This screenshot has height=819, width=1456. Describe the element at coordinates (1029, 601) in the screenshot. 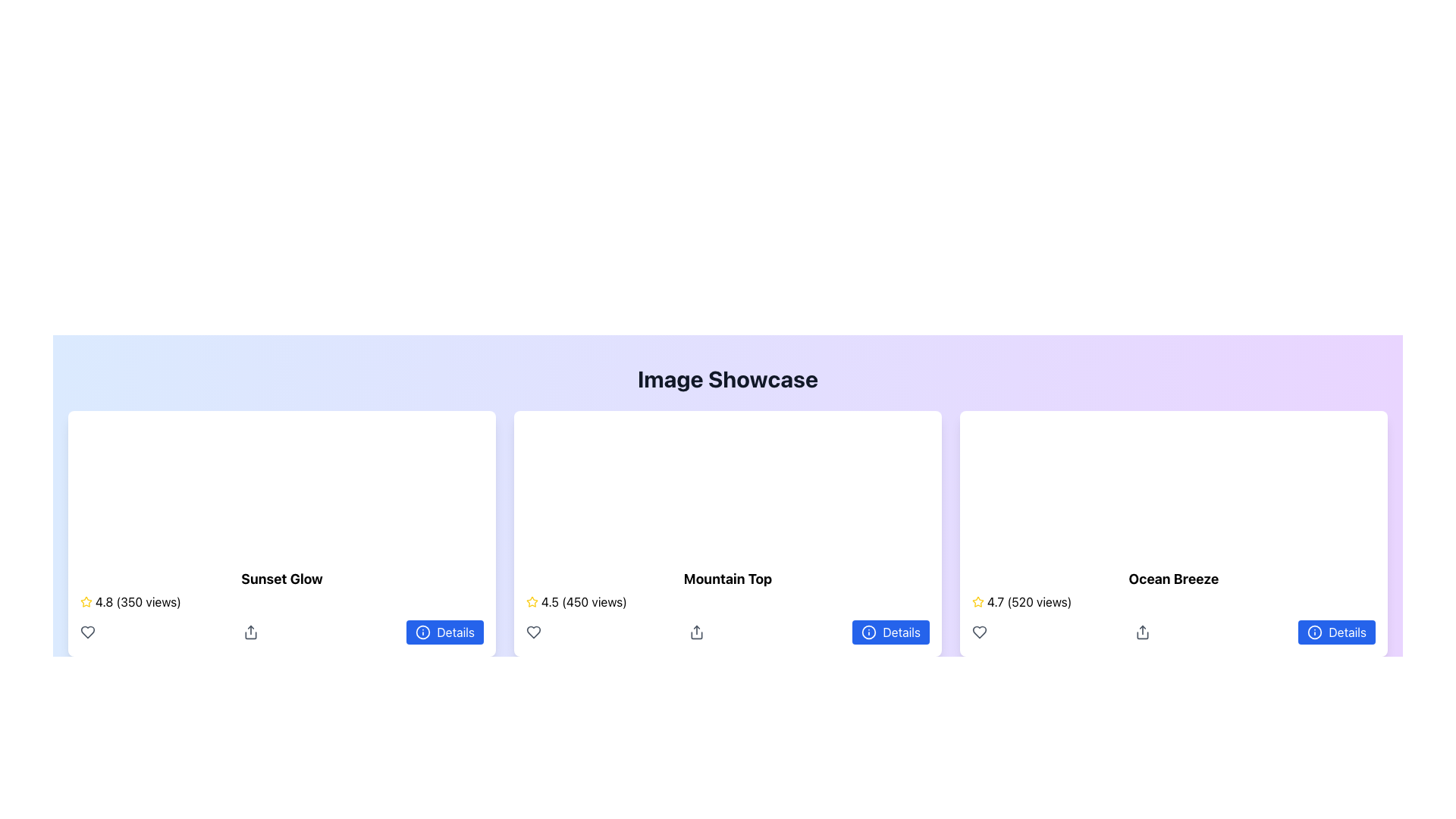

I see `the static text label displaying the rating score and view count for the item titled 'Ocean Breeze', which is located in the rightmost column of the layout adjacent to a yellow star icon` at that location.